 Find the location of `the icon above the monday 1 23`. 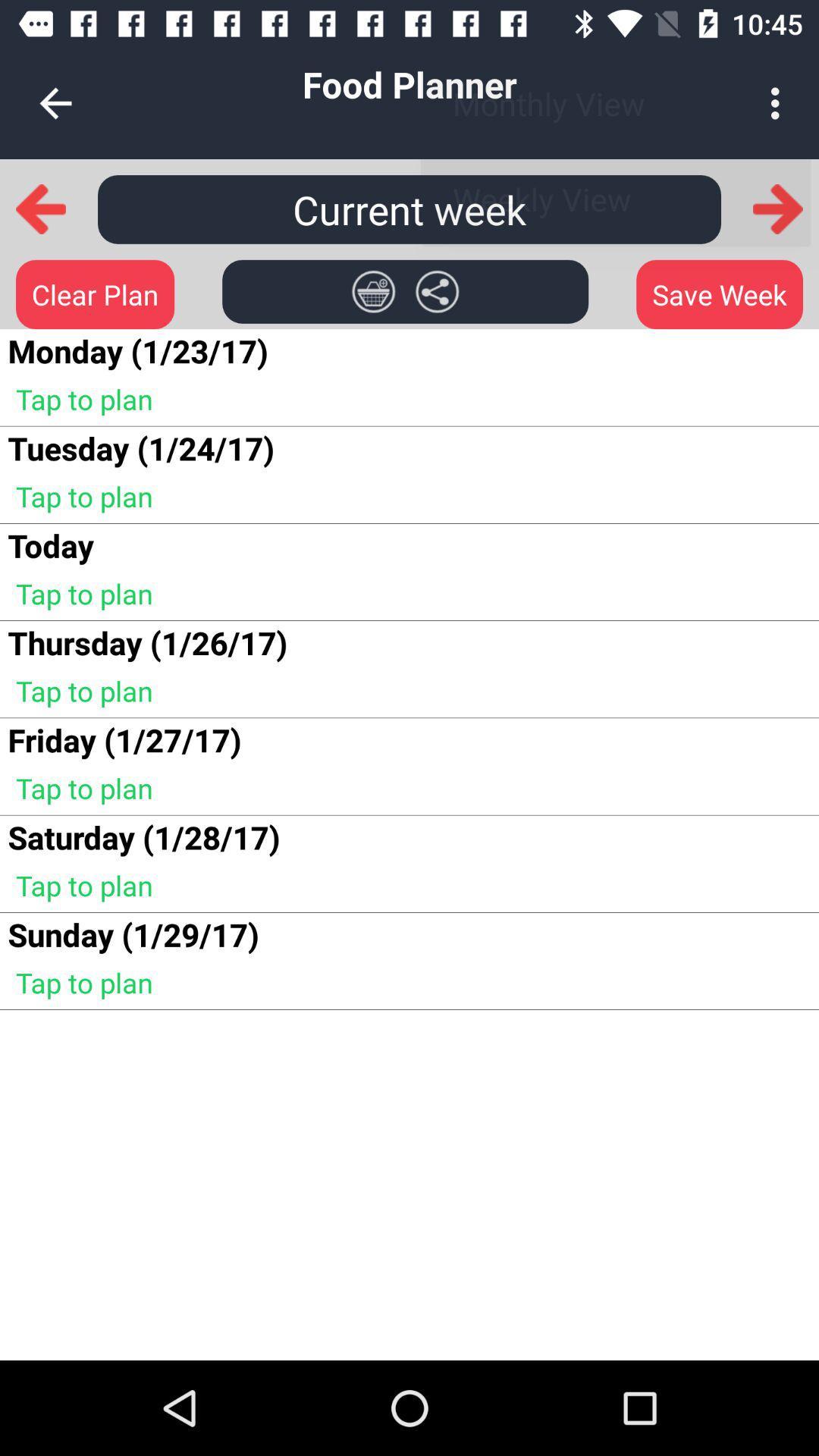

the icon above the monday 1 23 is located at coordinates (95, 294).